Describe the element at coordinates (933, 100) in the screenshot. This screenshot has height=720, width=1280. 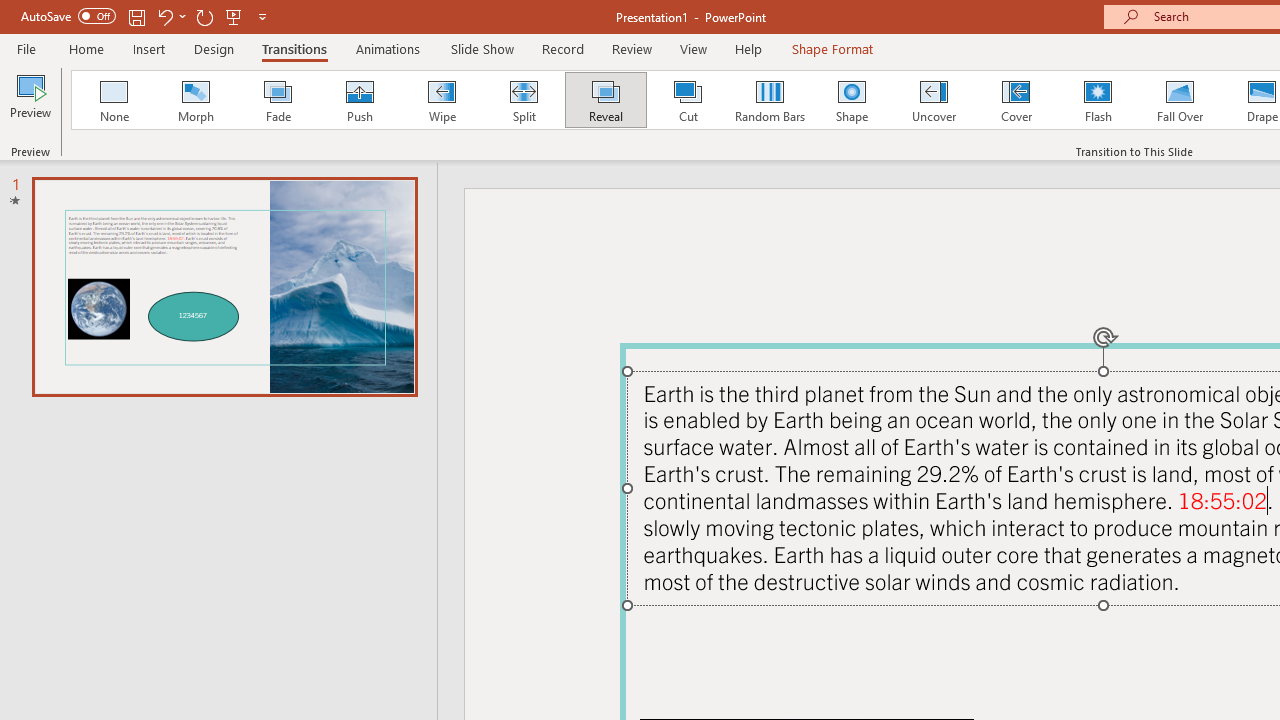
I see `'Uncover'` at that location.